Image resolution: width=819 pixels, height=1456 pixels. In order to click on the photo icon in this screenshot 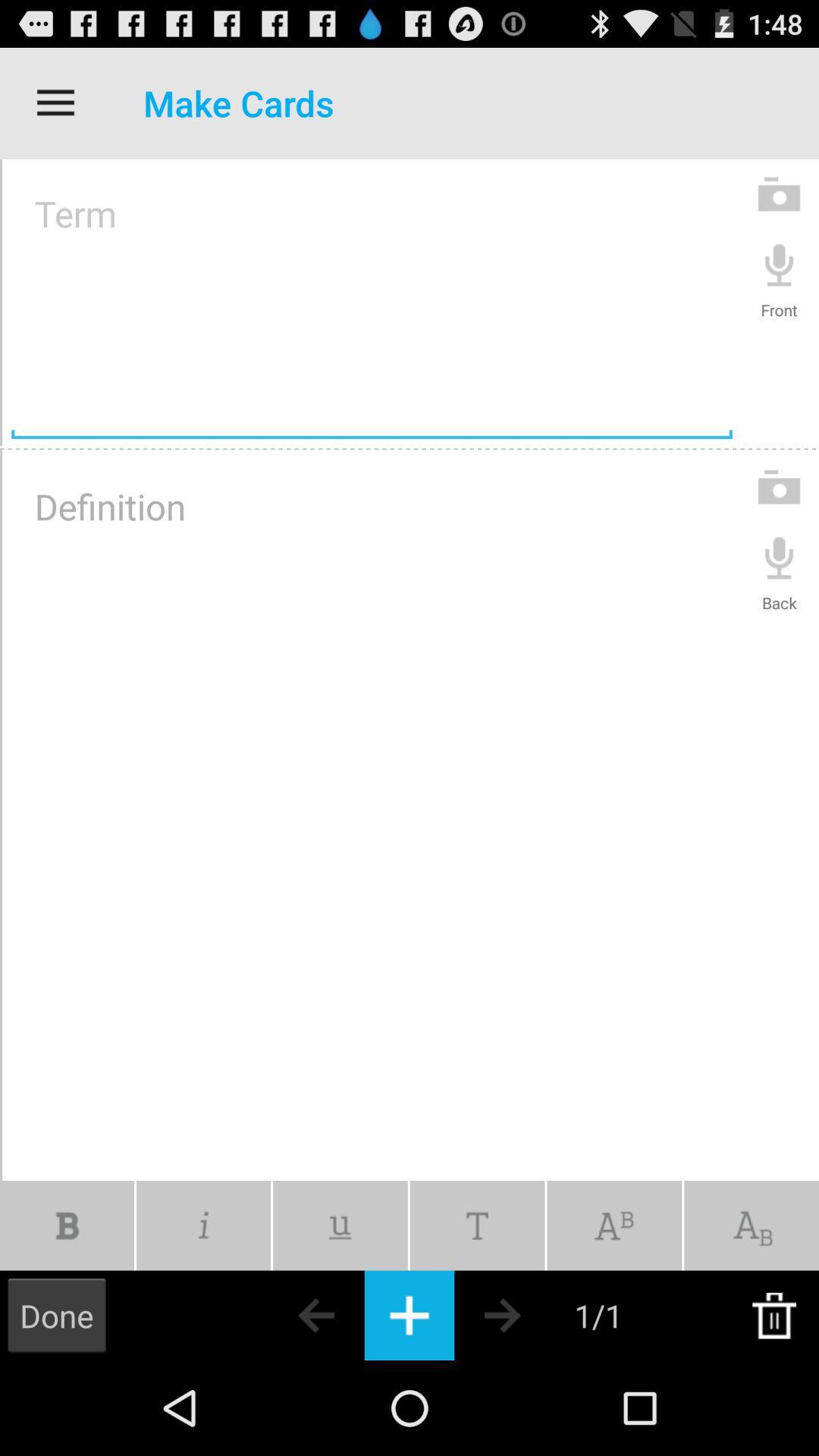, I will do `click(779, 521)`.